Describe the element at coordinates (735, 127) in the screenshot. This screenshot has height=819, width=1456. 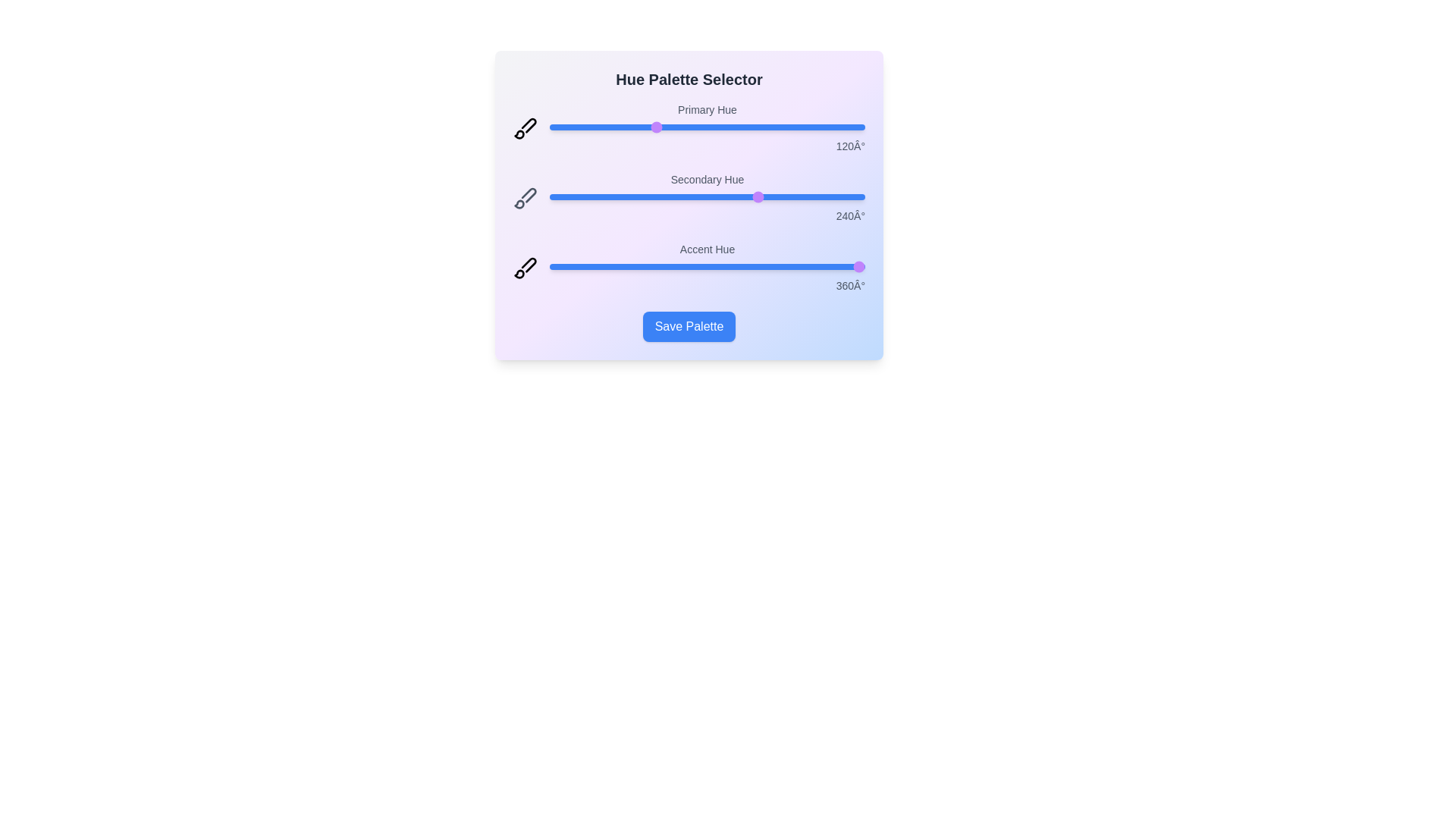
I see `the 'Primary Hue' slider to 212 degrees` at that location.